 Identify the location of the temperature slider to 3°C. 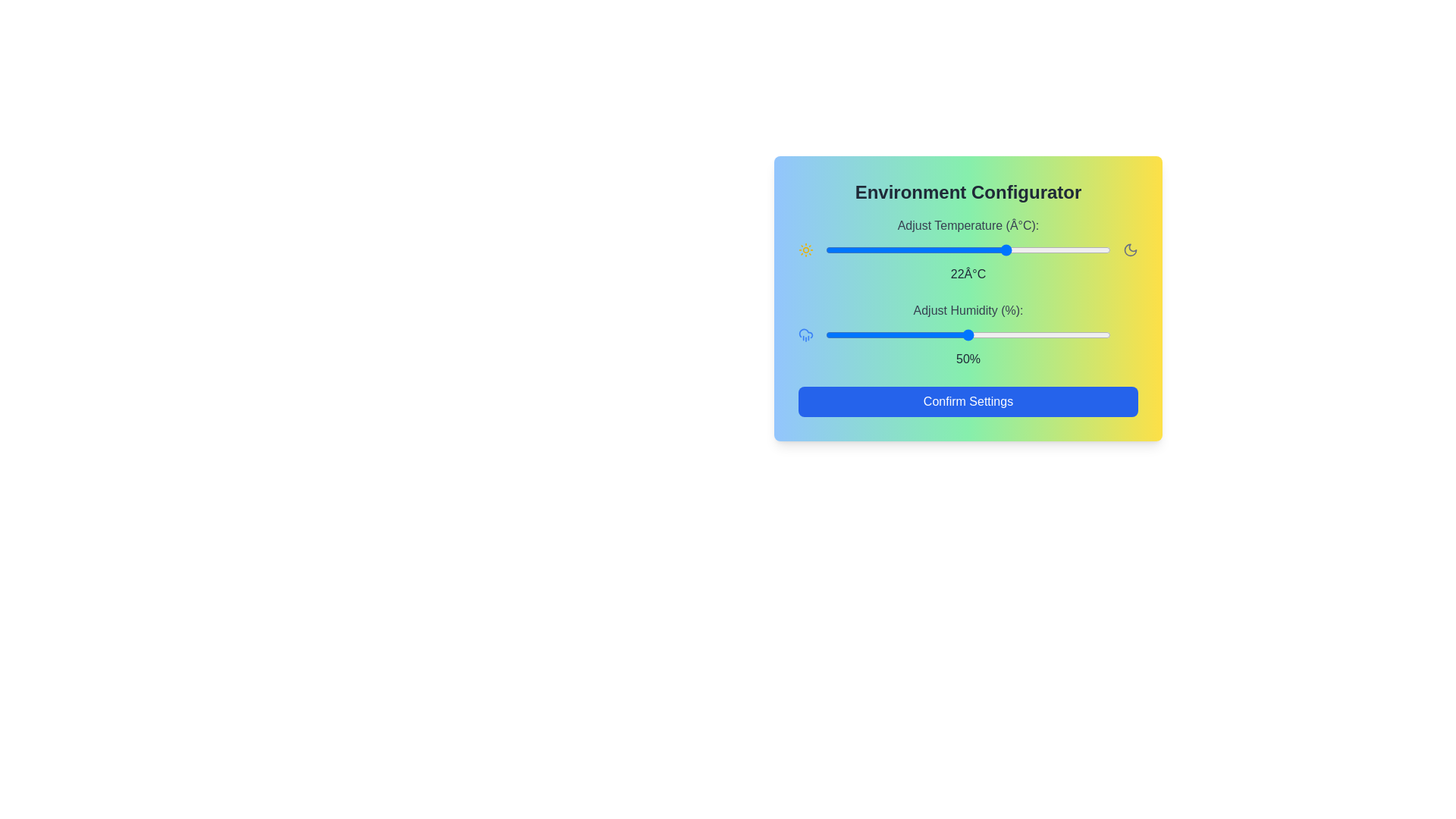
(899, 249).